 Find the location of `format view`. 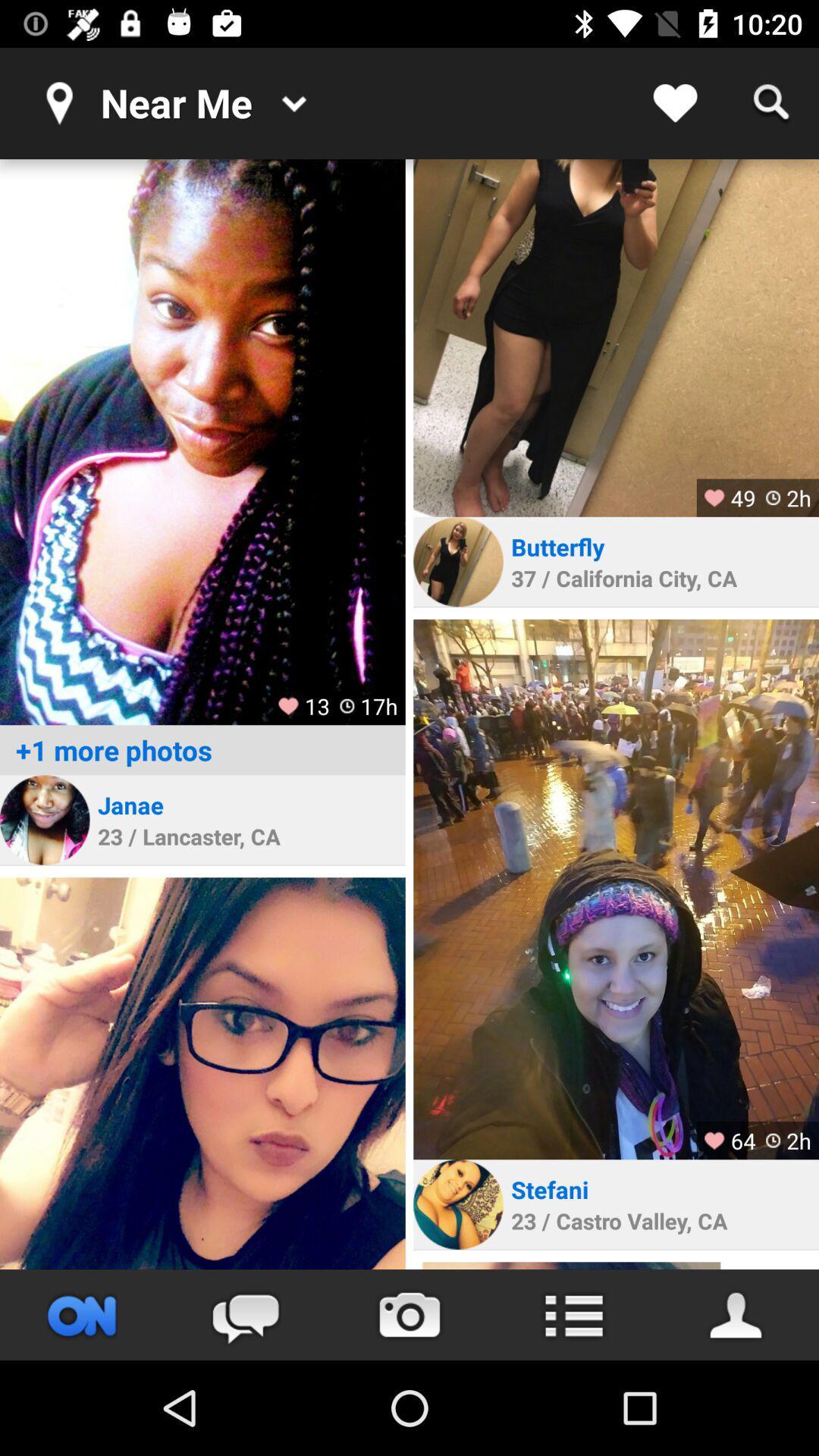

format view is located at coordinates (573, 1314).